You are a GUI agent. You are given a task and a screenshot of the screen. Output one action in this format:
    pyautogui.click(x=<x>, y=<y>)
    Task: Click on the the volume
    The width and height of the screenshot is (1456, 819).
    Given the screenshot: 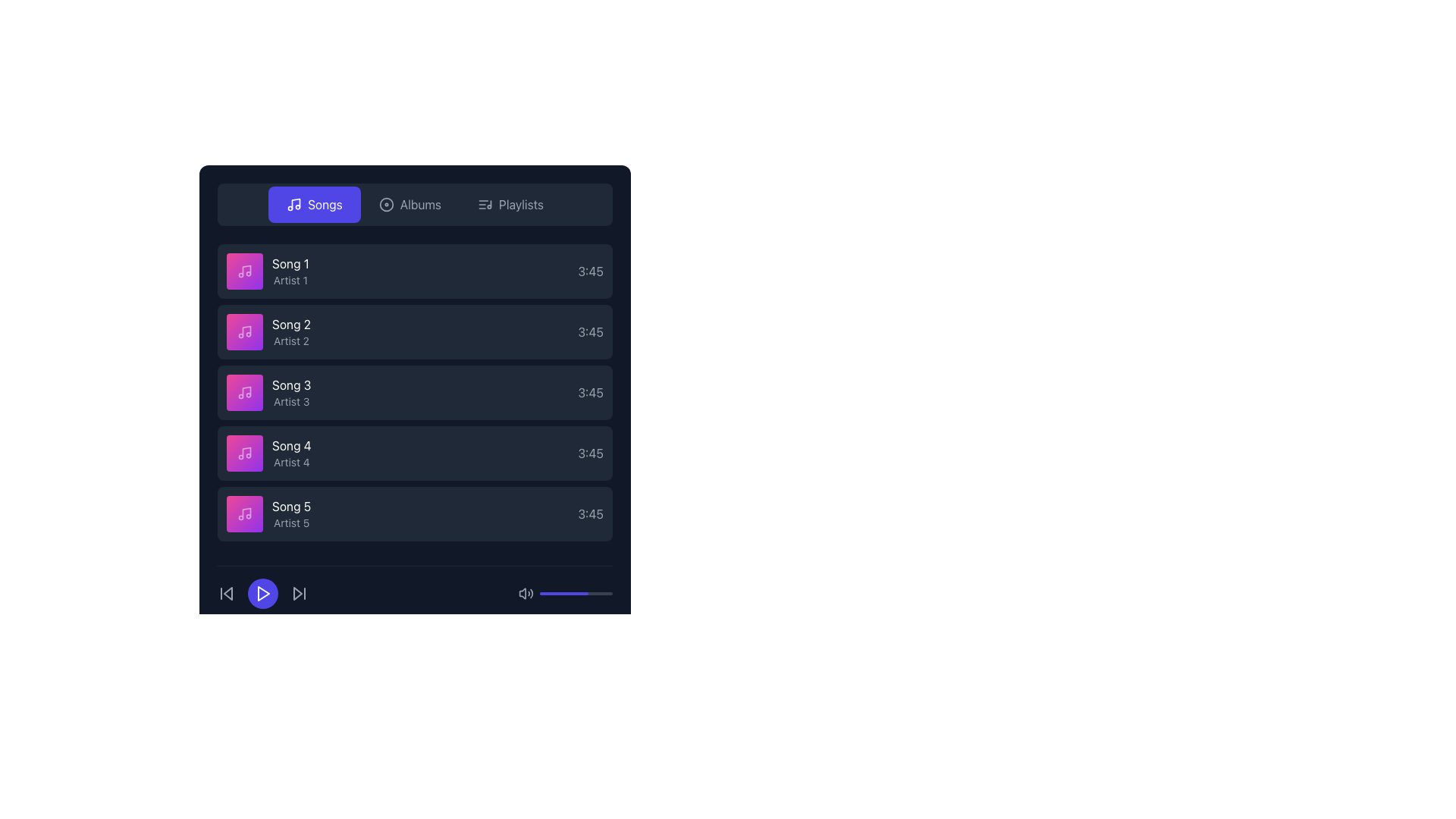 What is the action you would take?
    pyautogui.click(x=592, y=593)
    